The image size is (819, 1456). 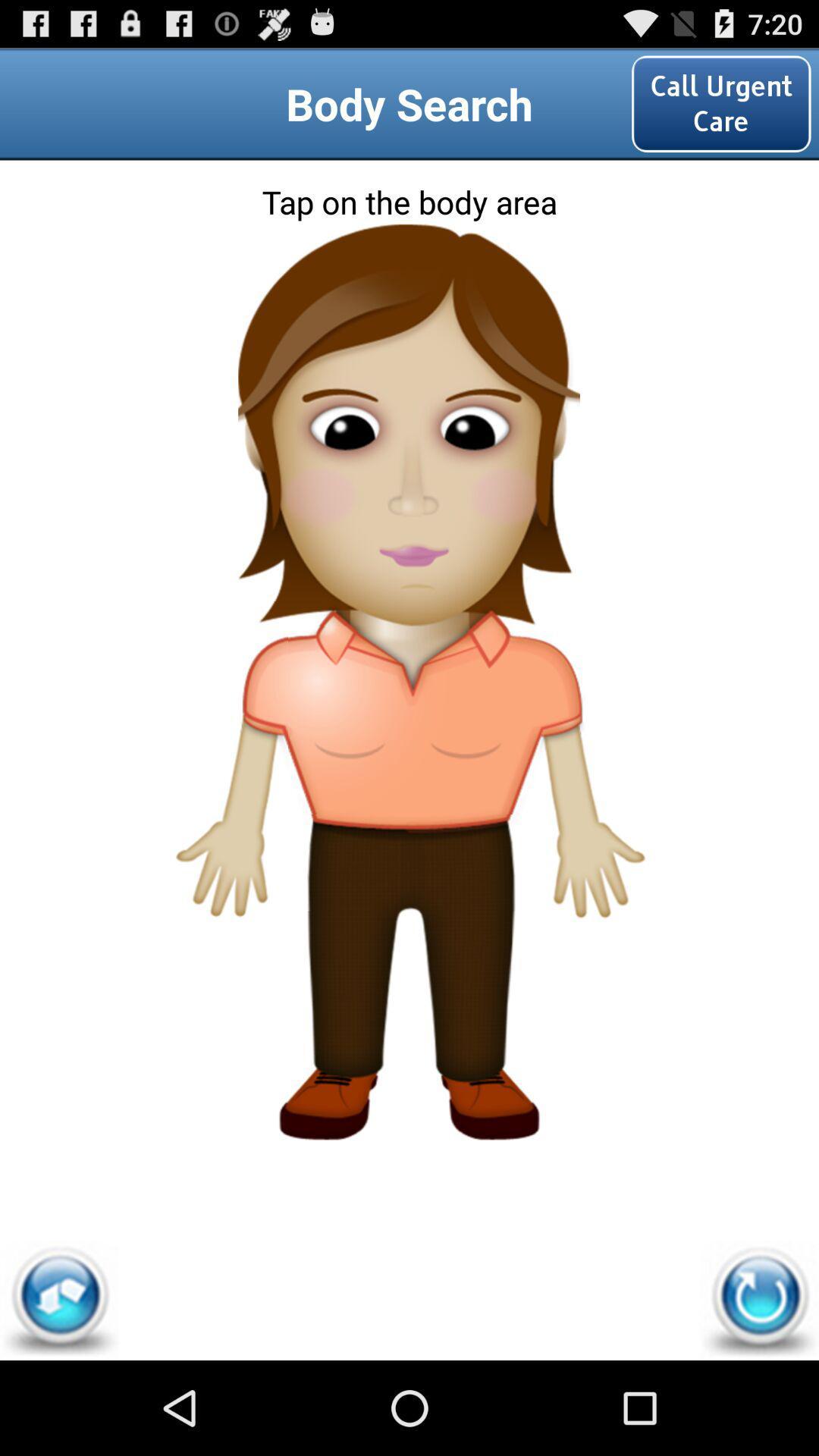 What do you see at coordinates (409, 1026) in the screenshot?
I see `human legs` at bounding box center [409, 1026].